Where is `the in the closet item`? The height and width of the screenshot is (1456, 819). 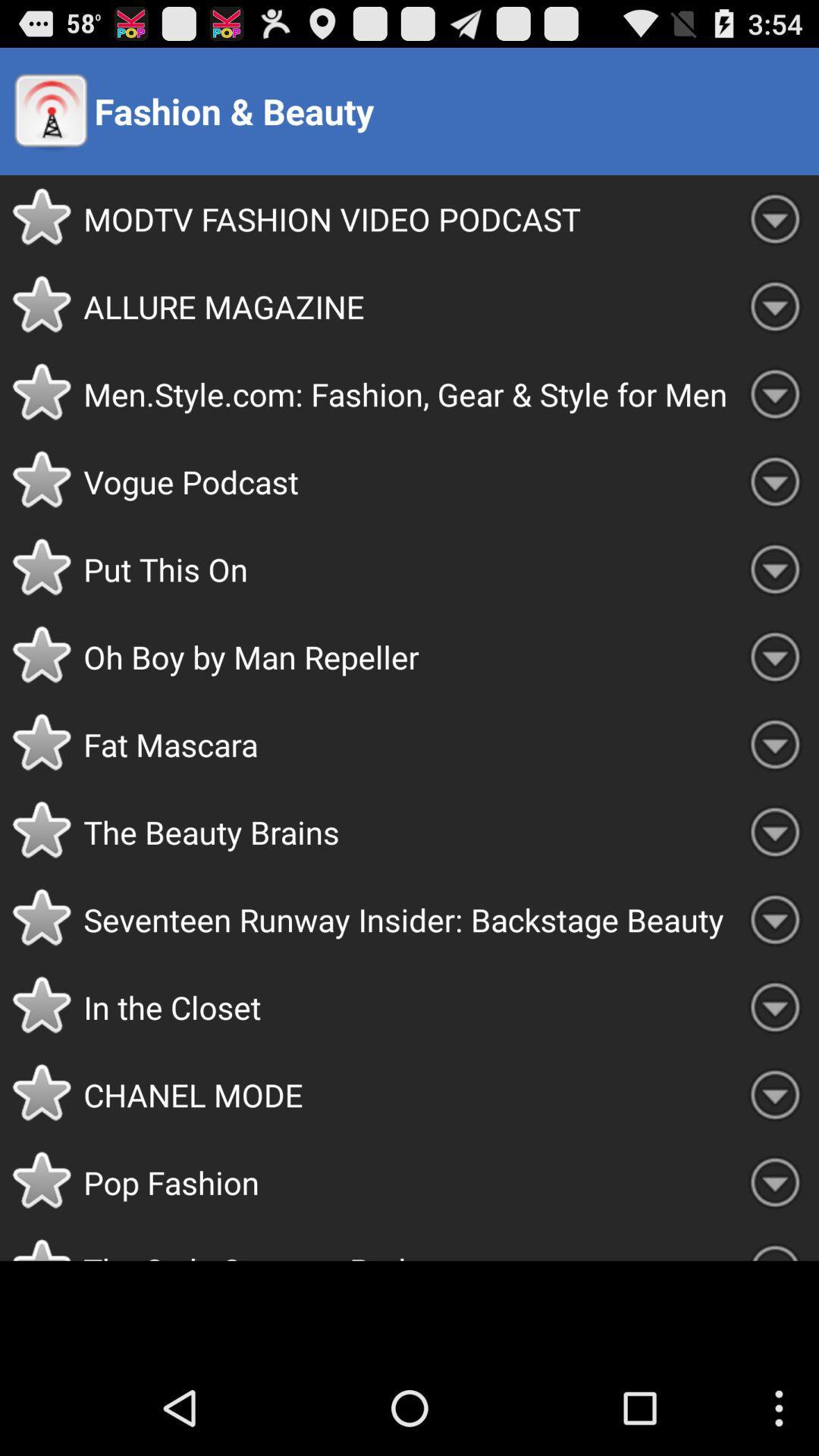 the in the closet item is located at coordinates (406, 1007).